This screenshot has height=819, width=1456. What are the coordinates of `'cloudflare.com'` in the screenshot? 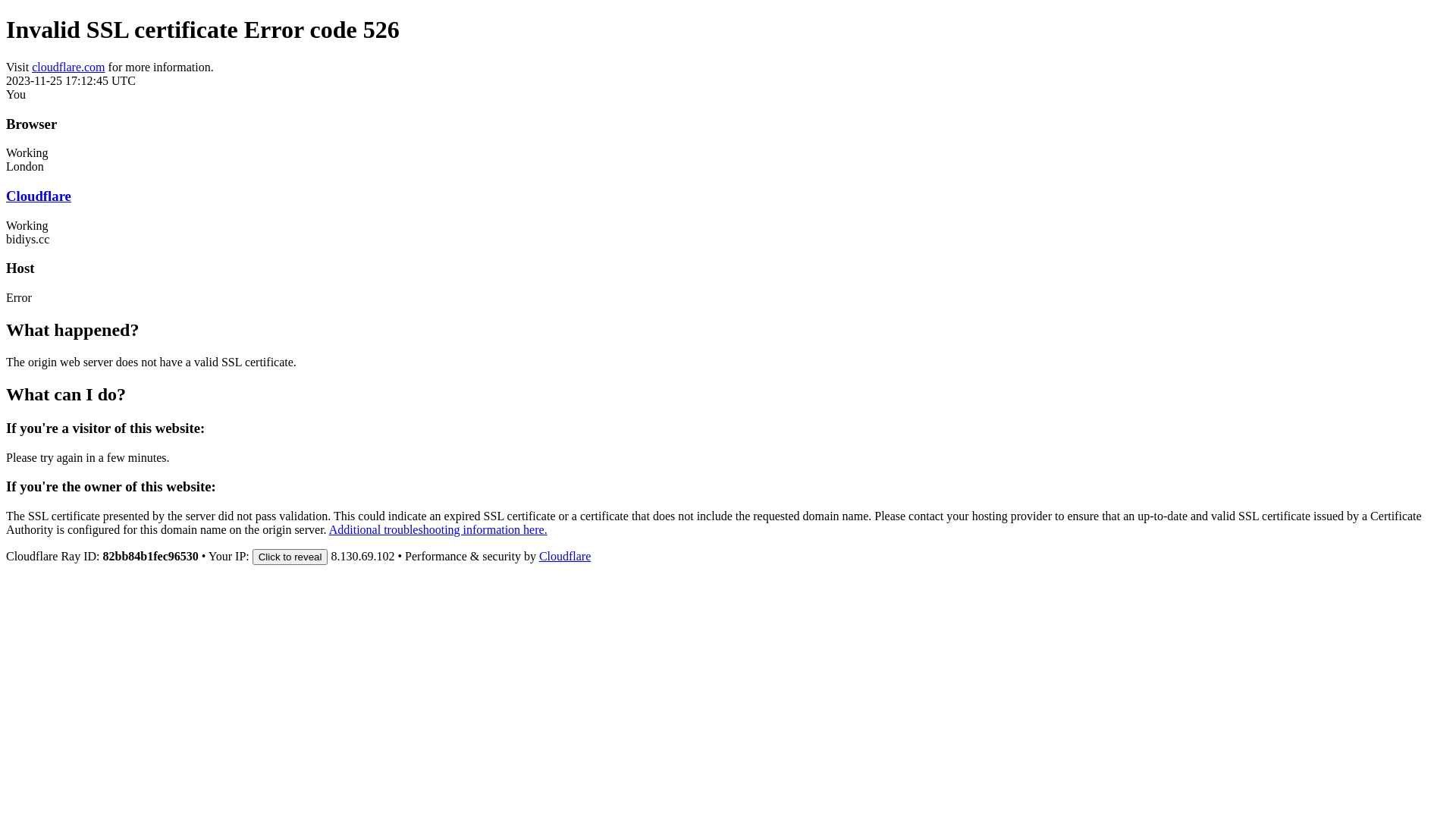 It's located at (32, 66).